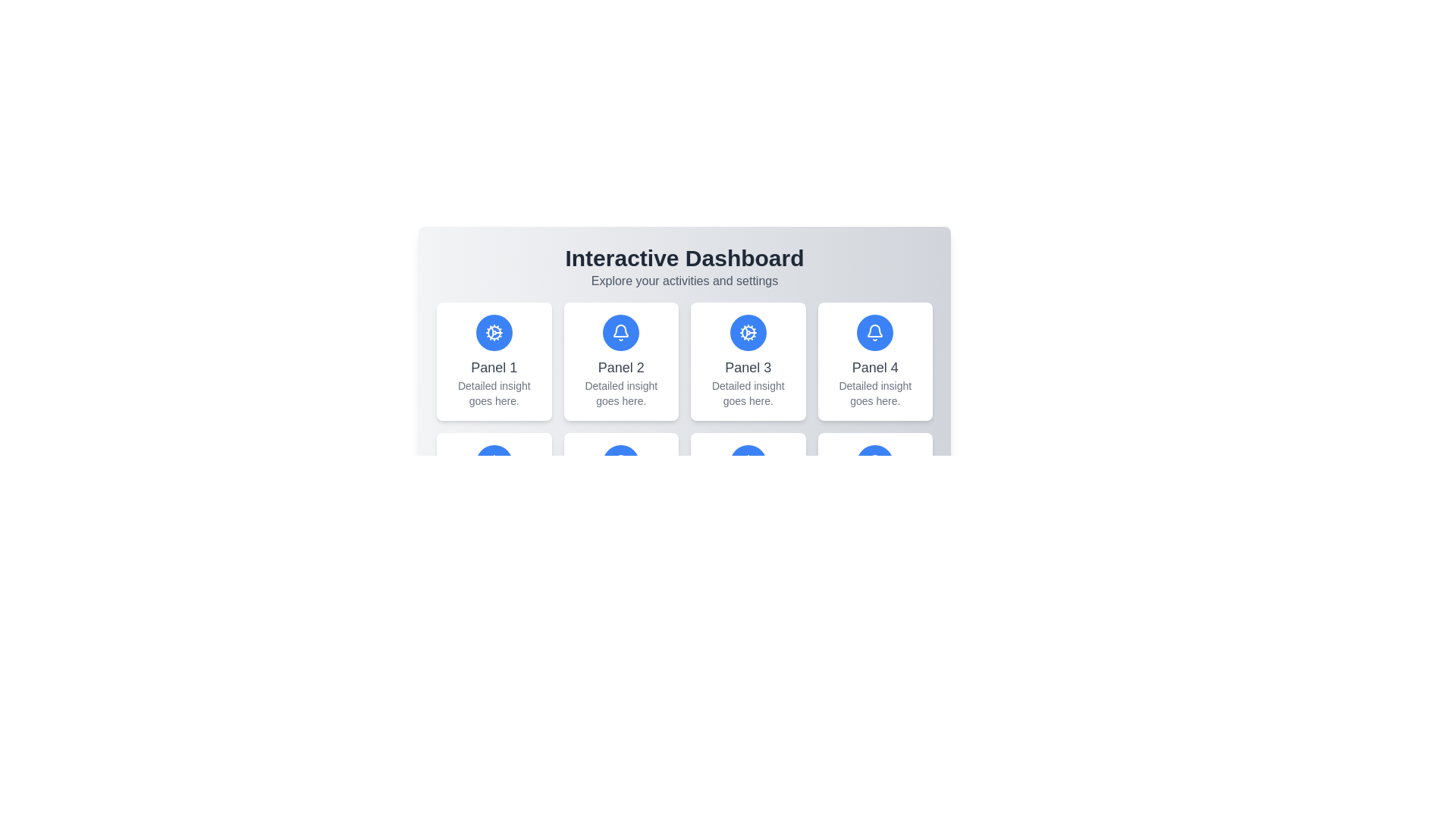  What do you see at coordinates (621, 462) in the screenshot?
I see `the bell-shaped icon located in the blue circular section atop the second panel of the first row in the dashboard layout` at bounding box center [621, 462].